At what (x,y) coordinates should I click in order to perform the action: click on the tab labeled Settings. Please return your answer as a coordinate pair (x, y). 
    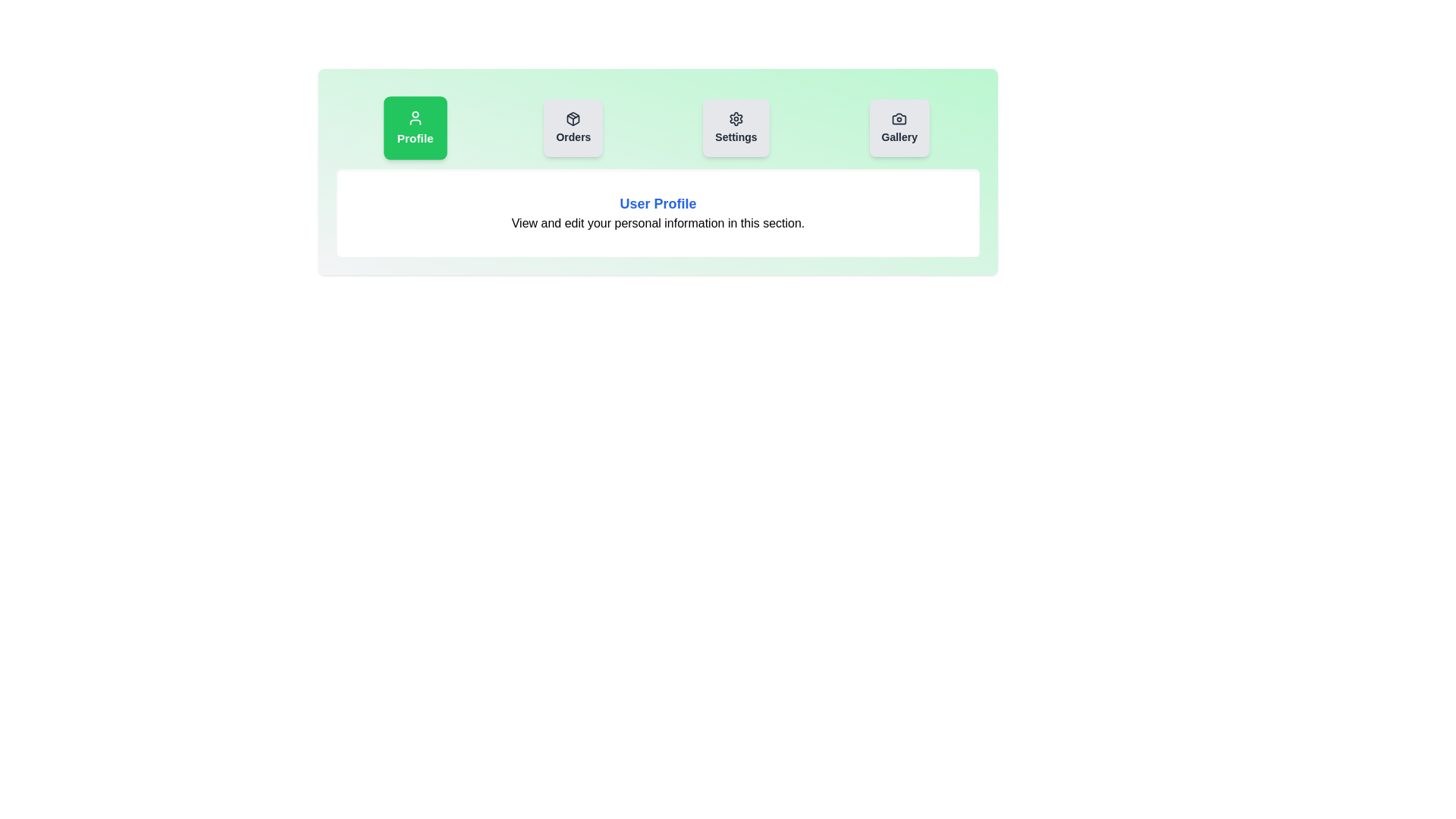
    Looking at the image, I should click on (736, 127).